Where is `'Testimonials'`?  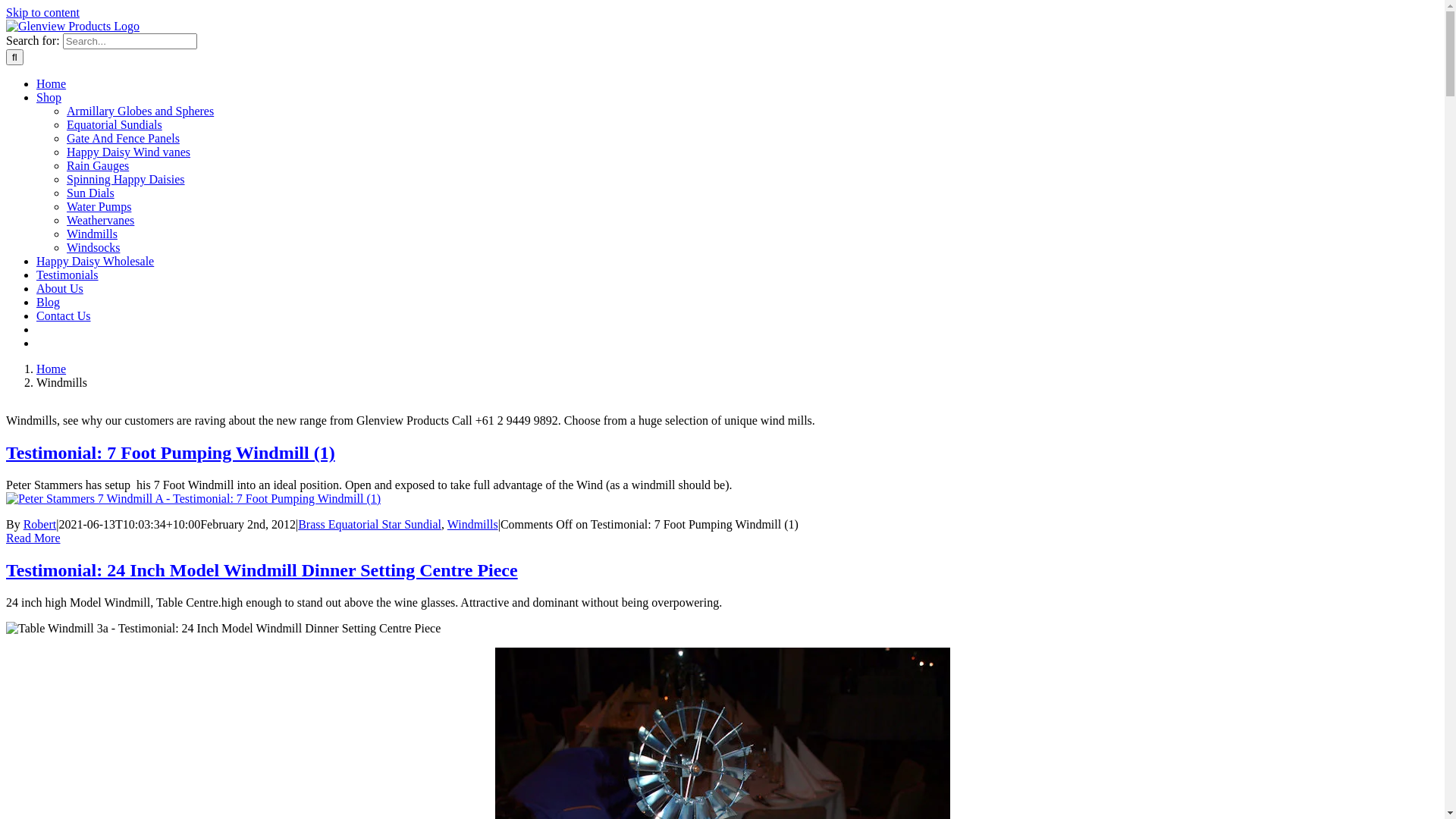 'Testimonials' is located at coordinates (67, 275).